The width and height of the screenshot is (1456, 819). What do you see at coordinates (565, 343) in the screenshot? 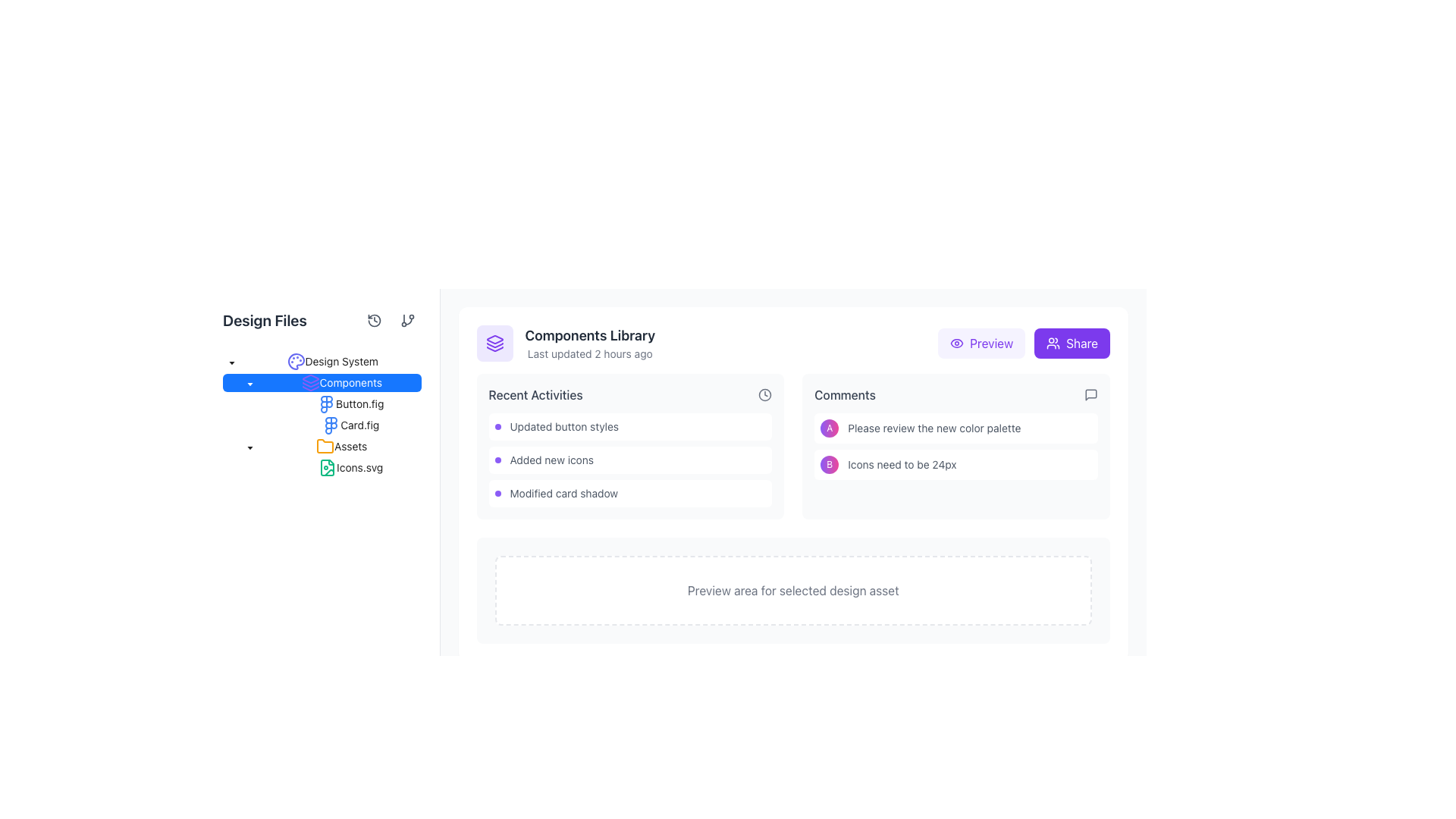
I see `text content of the Informational Panel displaying 'Components Library' and 'Last updated 2 hours ago', located near the top of the main content area at the specified coordinates` at bounding box center [565, 343].